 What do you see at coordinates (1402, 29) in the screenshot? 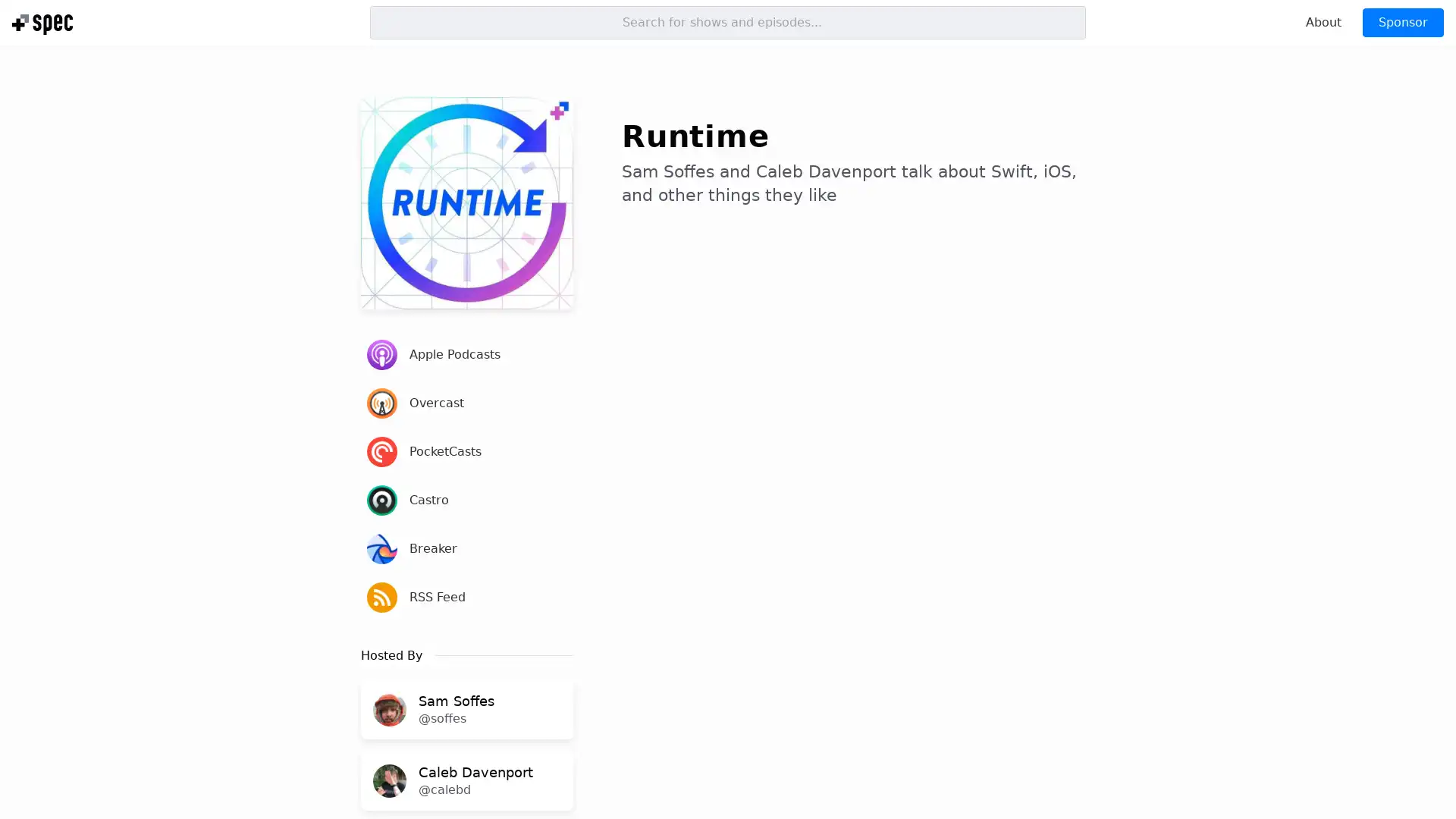
I see `Sponsor` at bounding box center [1402, 29].